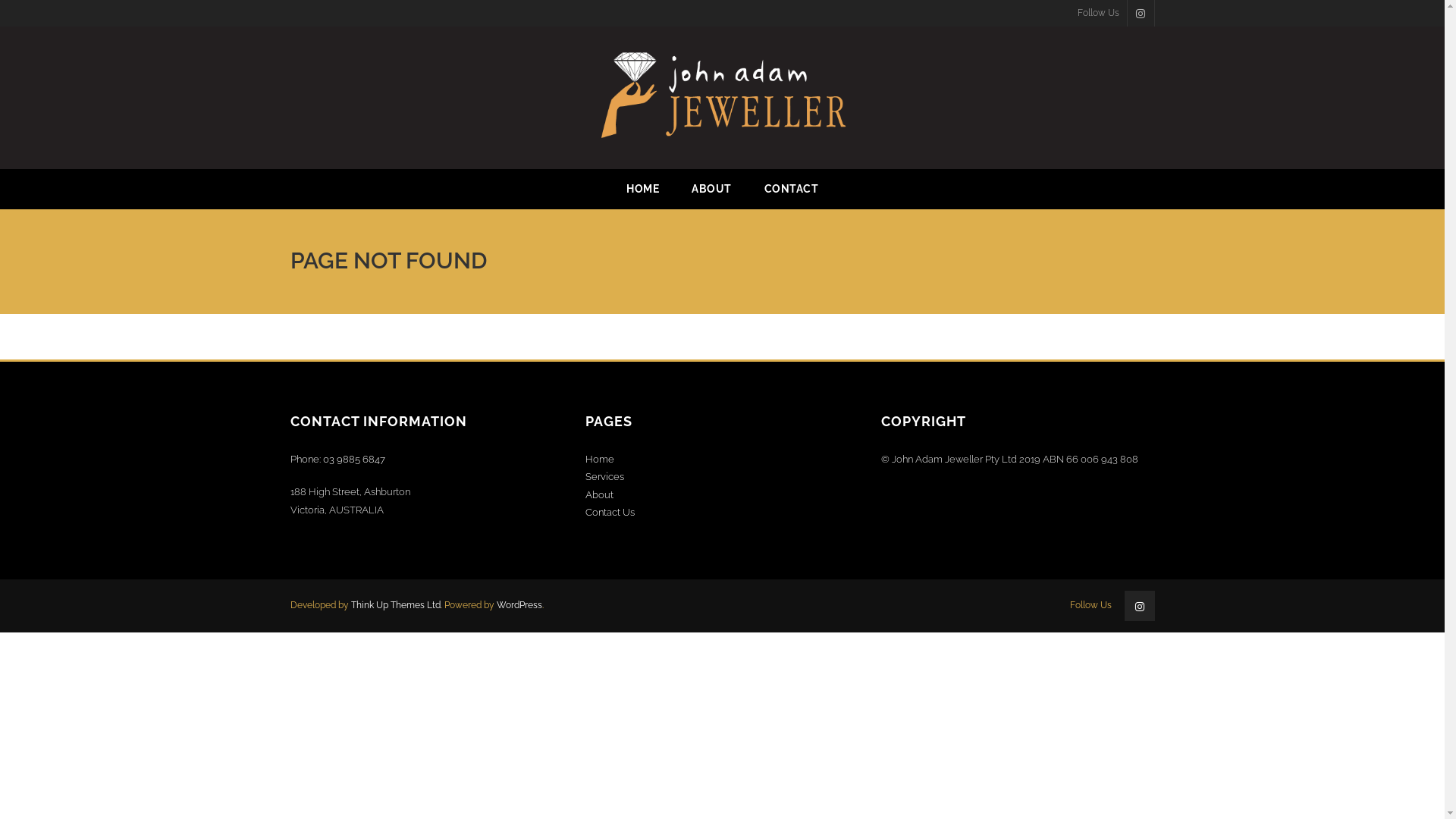 Image resolution: width=1456 pixels, height=819 pixels. I want to click on 'CONTACT', so click(790, 188).